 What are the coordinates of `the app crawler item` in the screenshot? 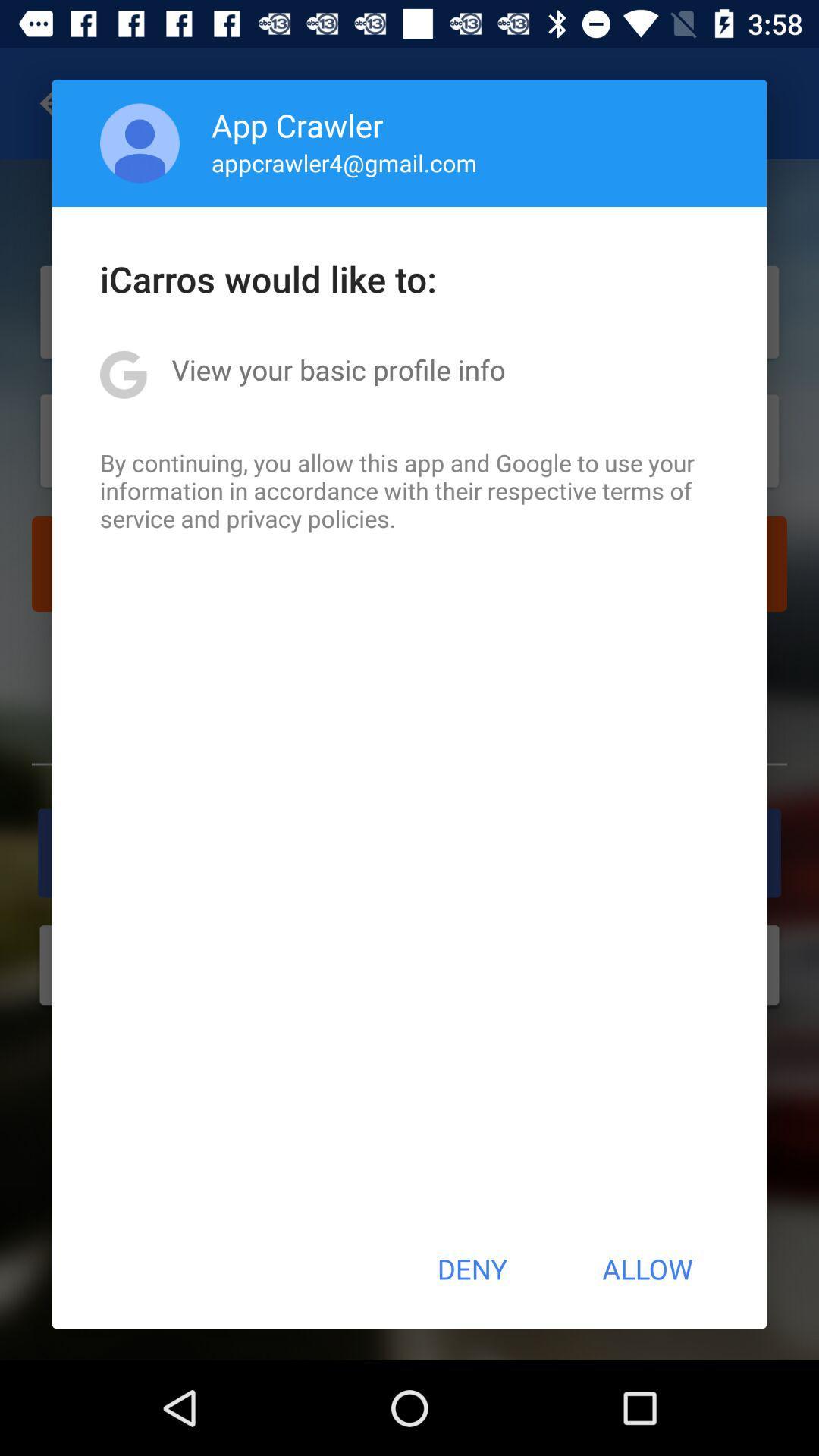 It's located at (297, 124).